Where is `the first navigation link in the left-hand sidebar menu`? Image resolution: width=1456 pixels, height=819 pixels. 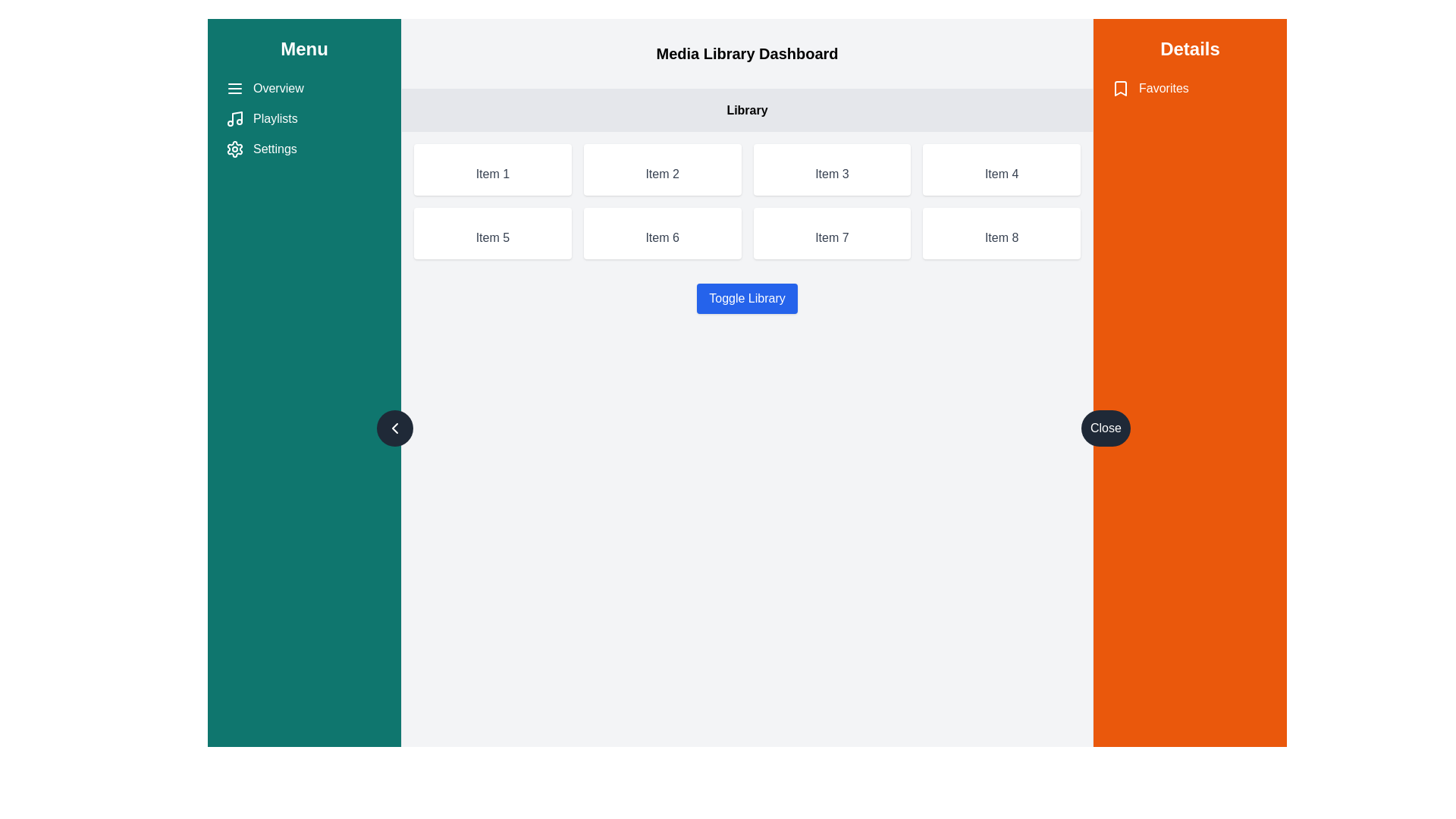 the first navigation link in the left-hand sidebar menu is located at coordinates (303, 88).